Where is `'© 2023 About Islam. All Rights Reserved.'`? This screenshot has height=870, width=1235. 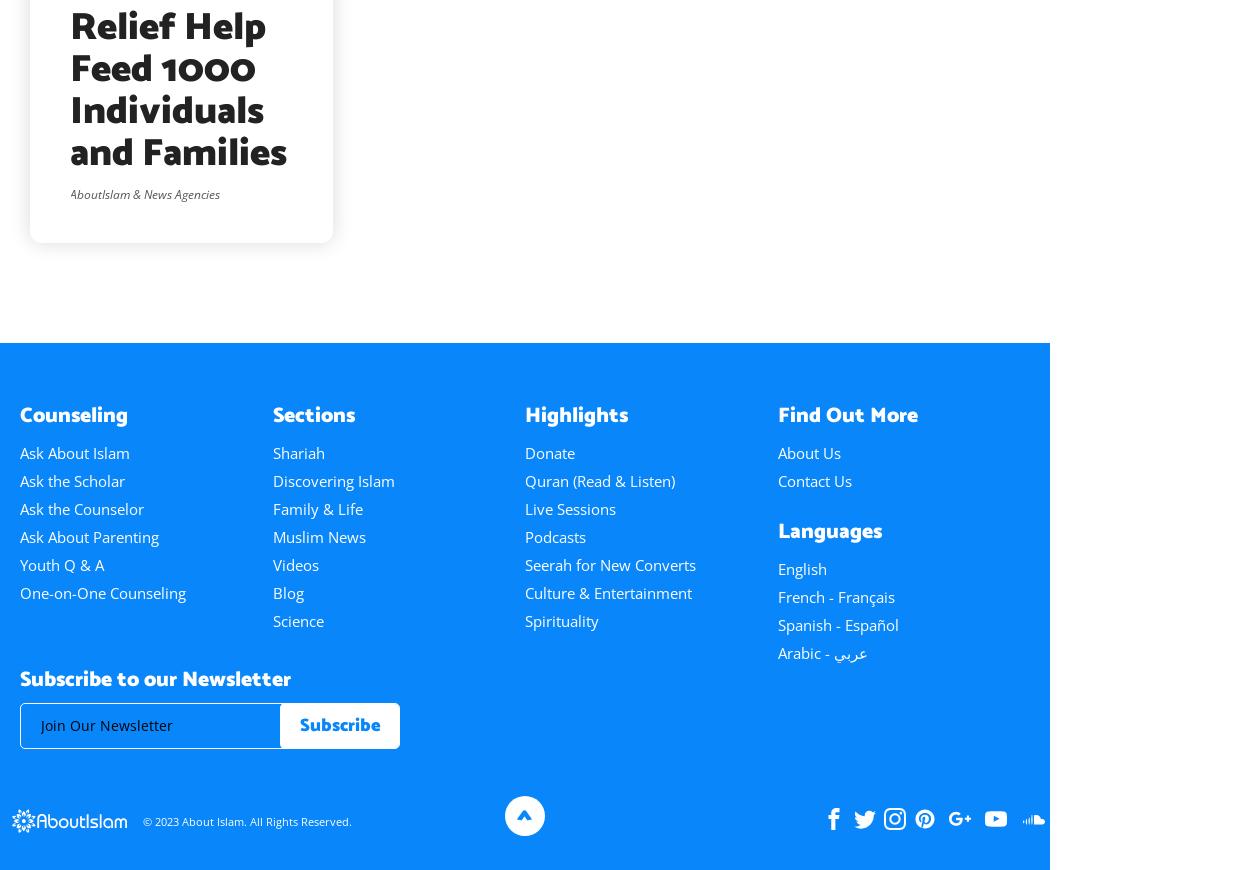 '© 2023 About Islam. All Rights Reserved.' is located at coordinates (246, 820).